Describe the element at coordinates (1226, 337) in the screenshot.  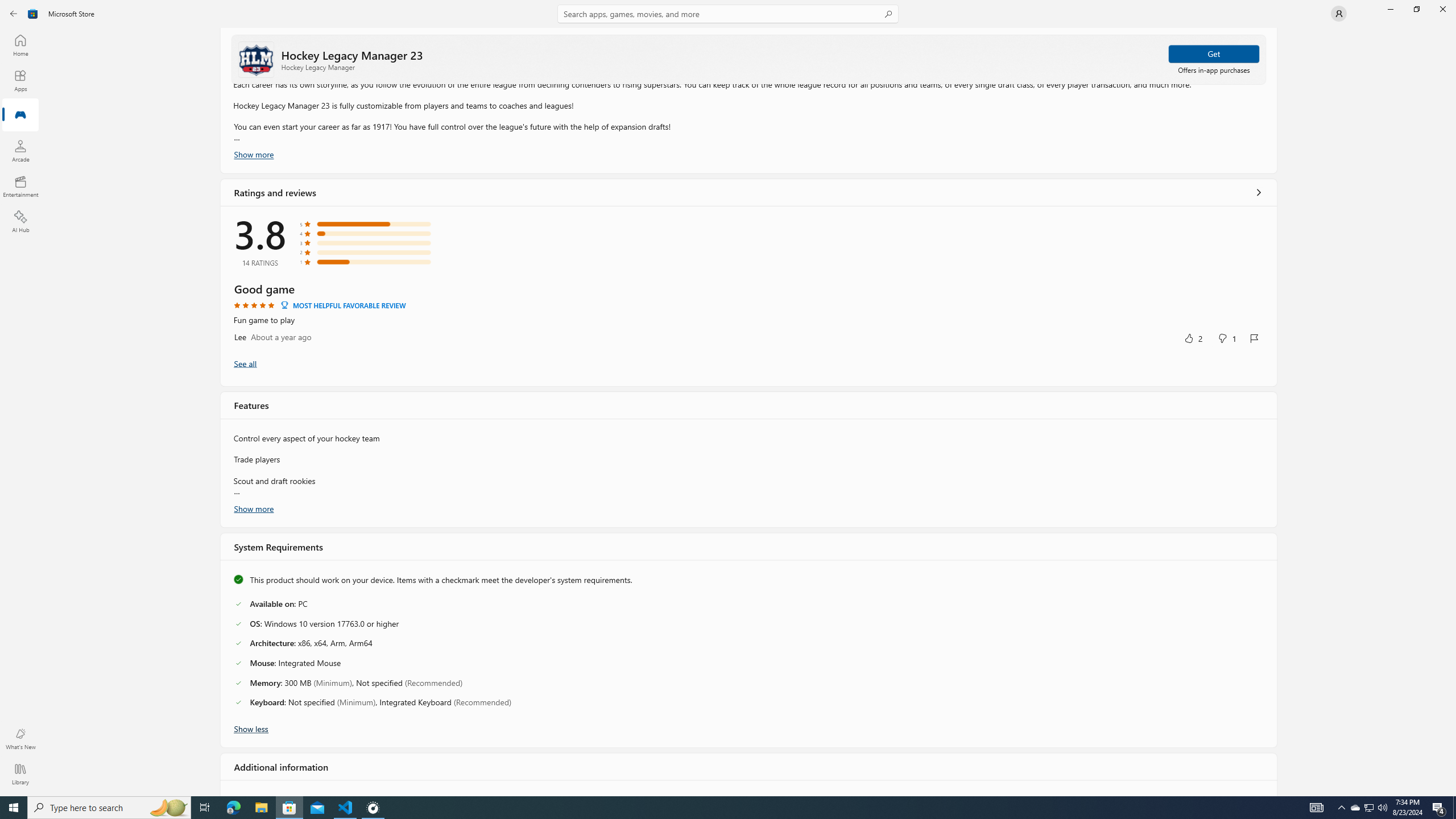
I see `'No, this was not helpful. 1 votes.'` at that location.